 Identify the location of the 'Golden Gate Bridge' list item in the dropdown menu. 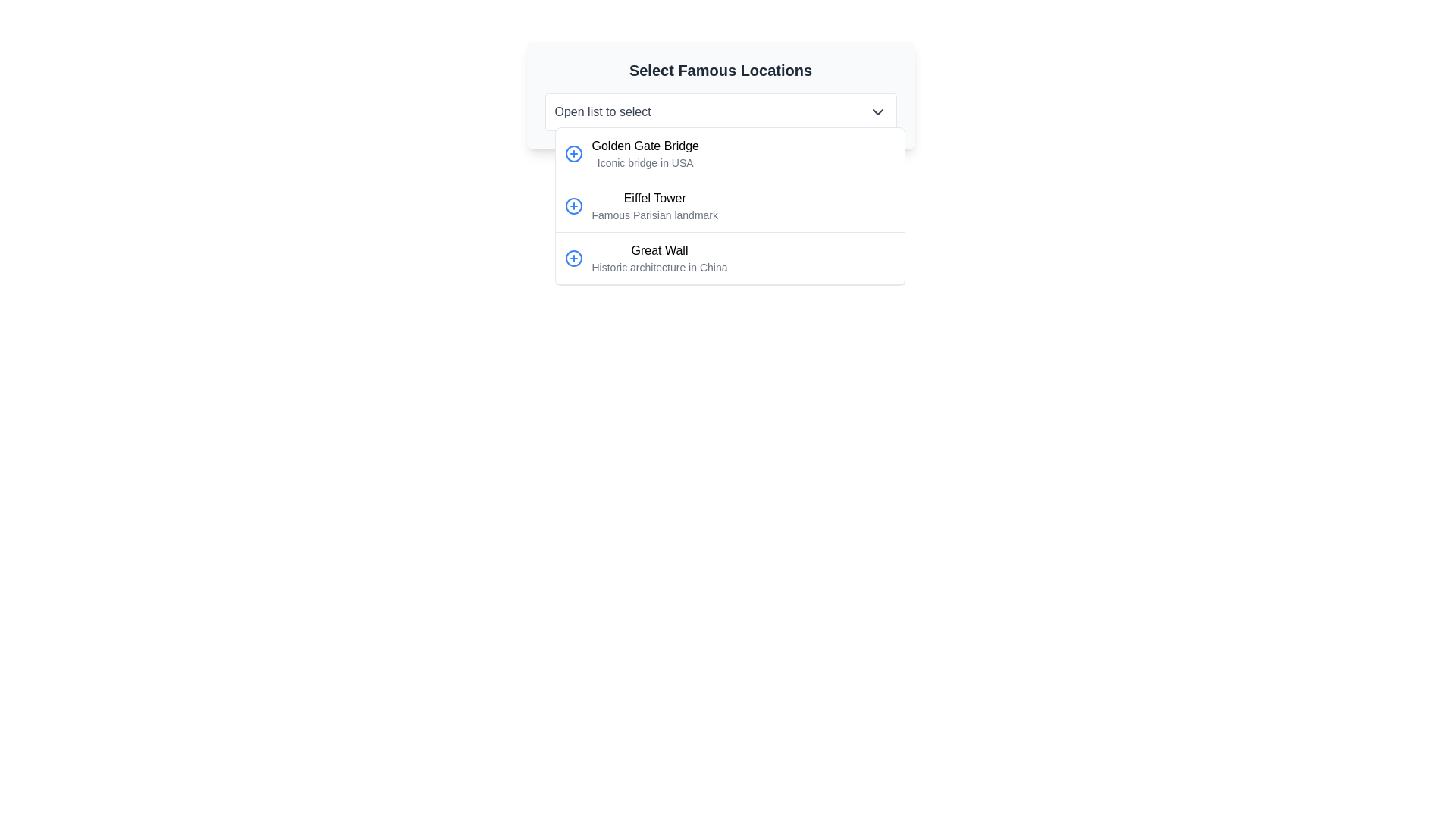
(645, 154).